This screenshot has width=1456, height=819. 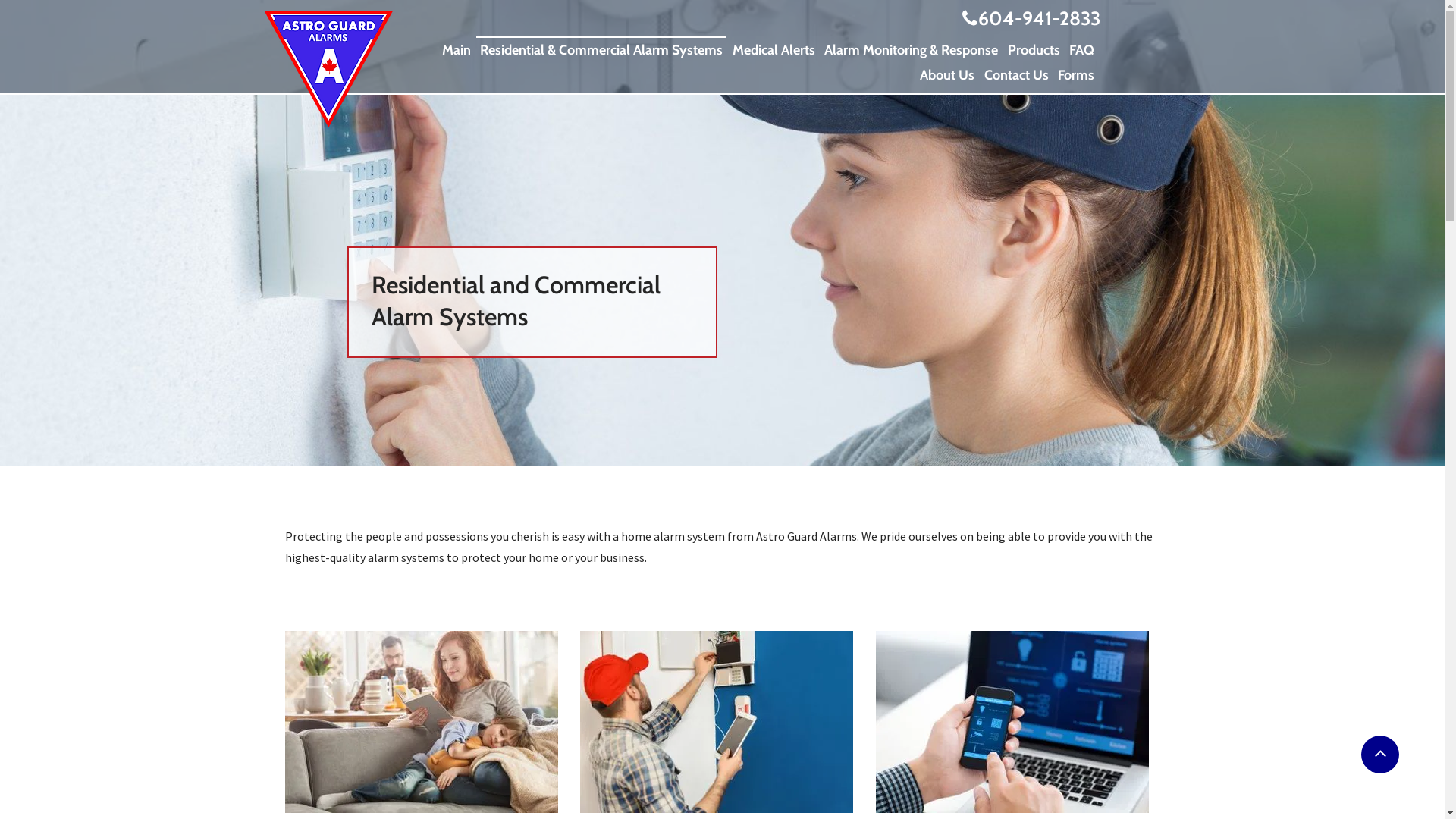 I want to click on 'Contact Us', so click(x=1015, y=73).